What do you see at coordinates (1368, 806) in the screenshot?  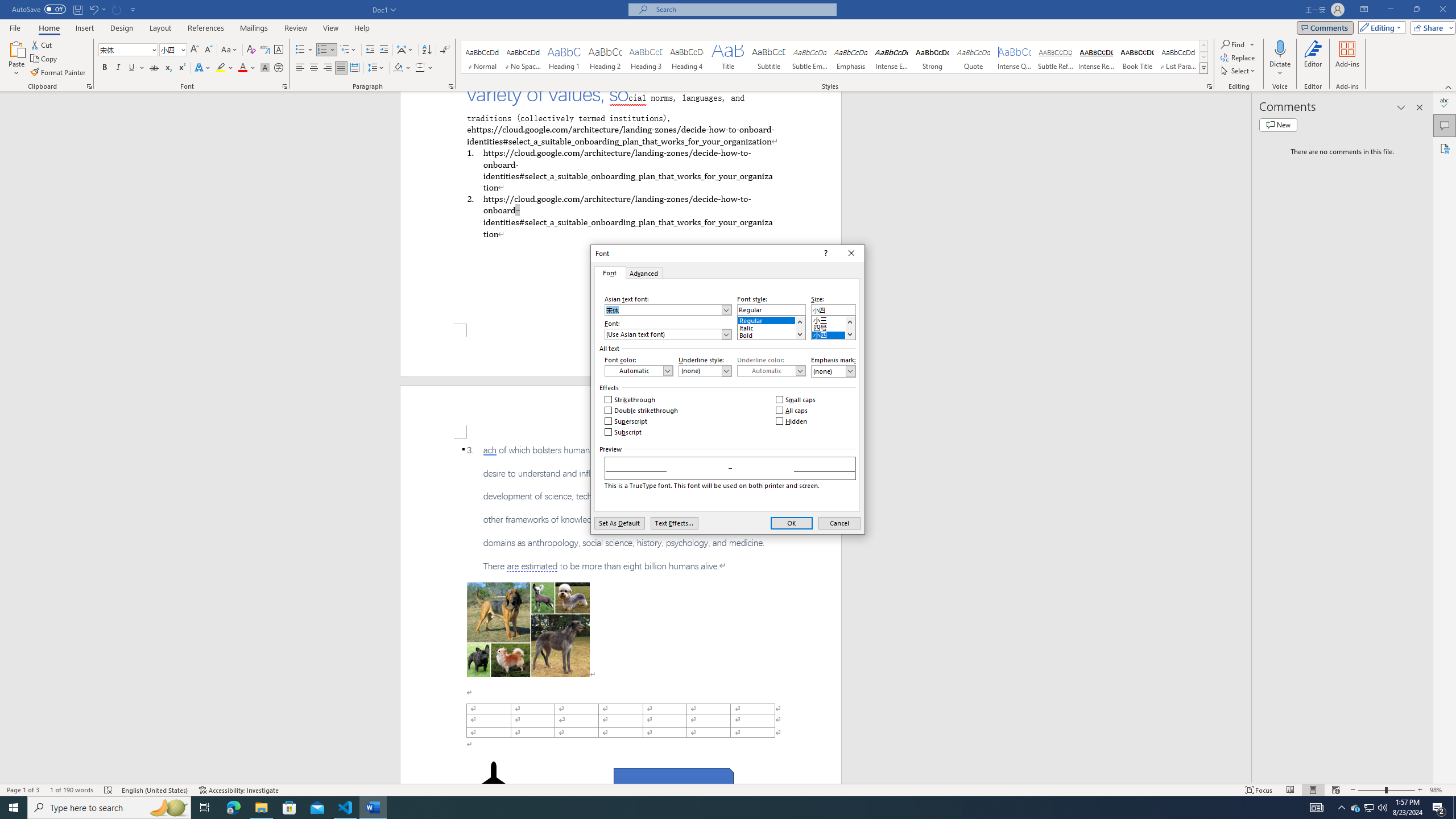 I see `'User Promoted Notification Area'` at bounding box center [1368, 806].